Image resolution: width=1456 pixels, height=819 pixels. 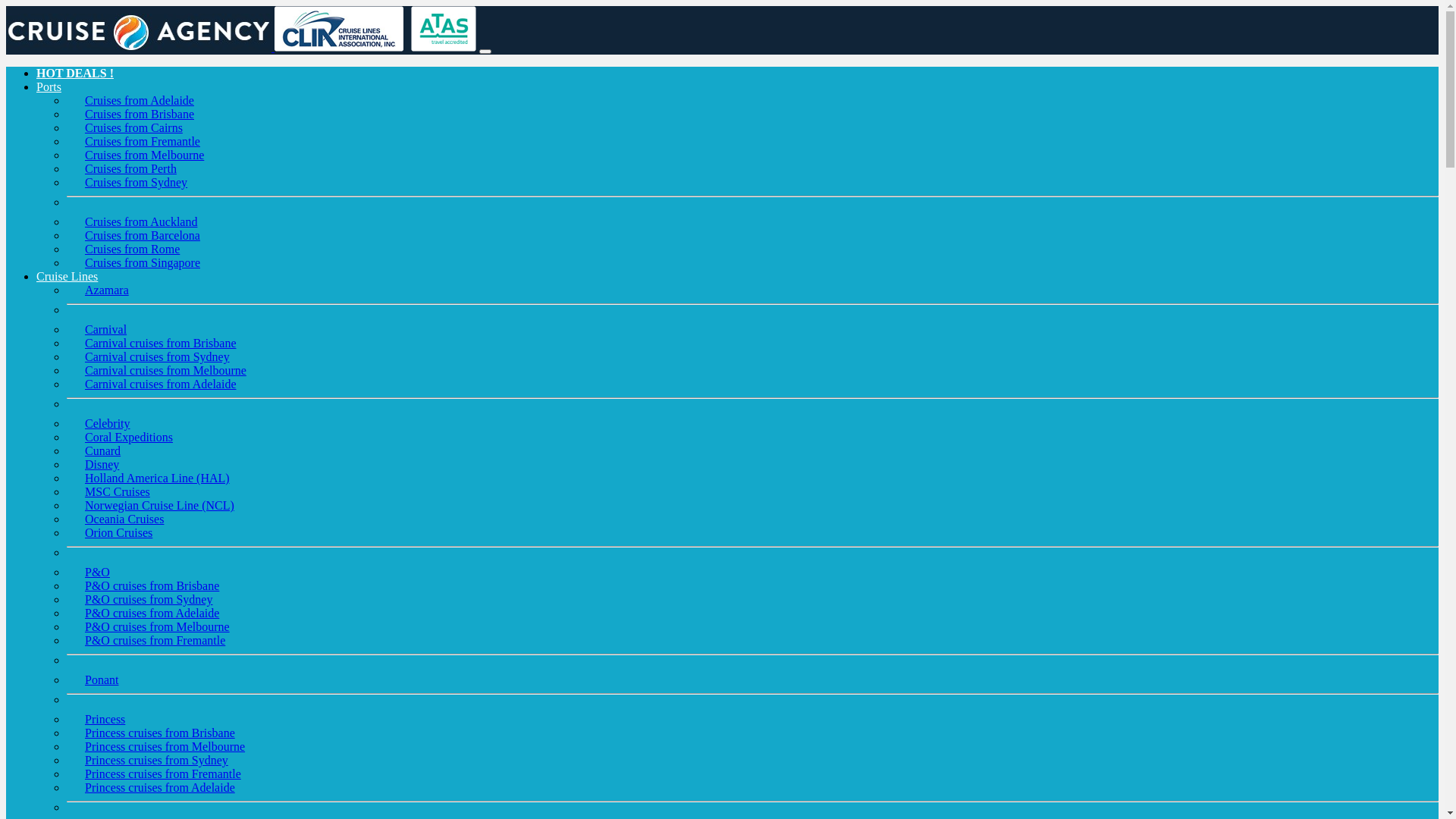 What do you see at coordinates (157, 356) in the screenshot?
I see `'Carnival cruises from Sydney'` at bounding box center [157, 356].